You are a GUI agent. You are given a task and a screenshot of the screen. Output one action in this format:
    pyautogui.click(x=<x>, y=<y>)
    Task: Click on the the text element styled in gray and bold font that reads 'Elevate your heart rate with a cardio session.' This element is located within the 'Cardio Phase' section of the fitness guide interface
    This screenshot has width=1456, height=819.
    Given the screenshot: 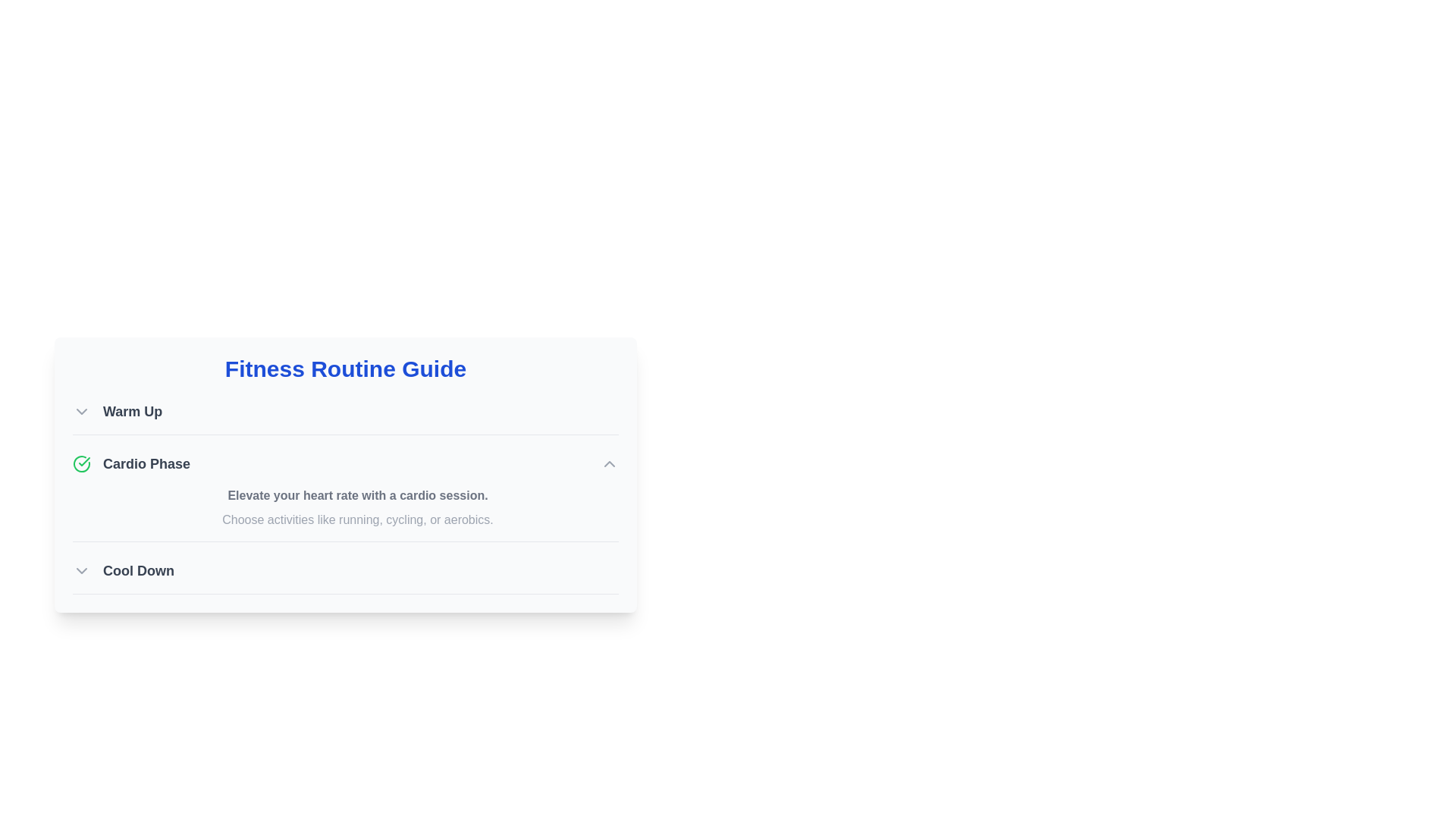 What is the action you would take?
    pyautogui.click(x=356, y=496)
    